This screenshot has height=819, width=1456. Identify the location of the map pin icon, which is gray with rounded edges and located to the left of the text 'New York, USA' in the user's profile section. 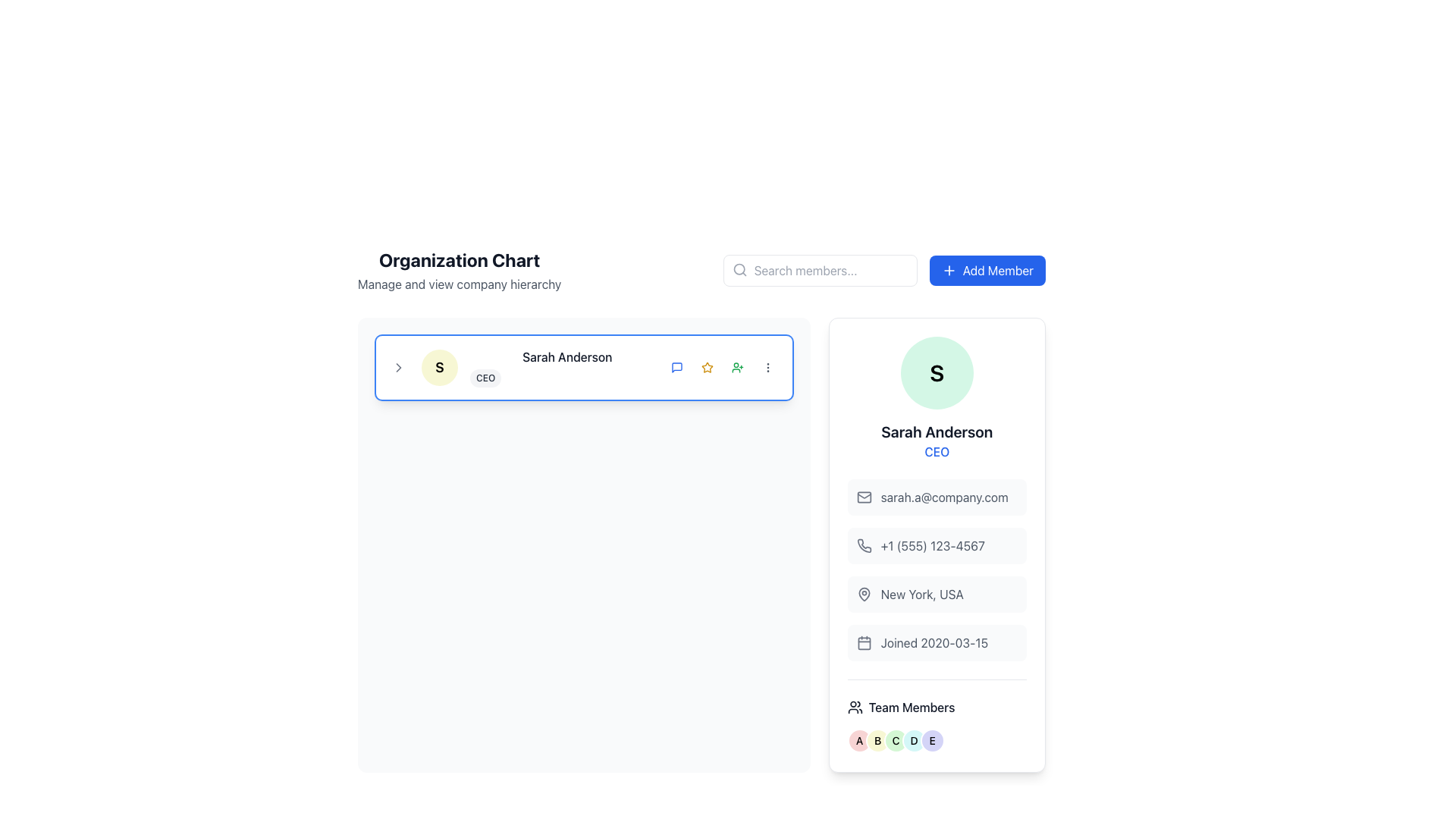
(864, 593).